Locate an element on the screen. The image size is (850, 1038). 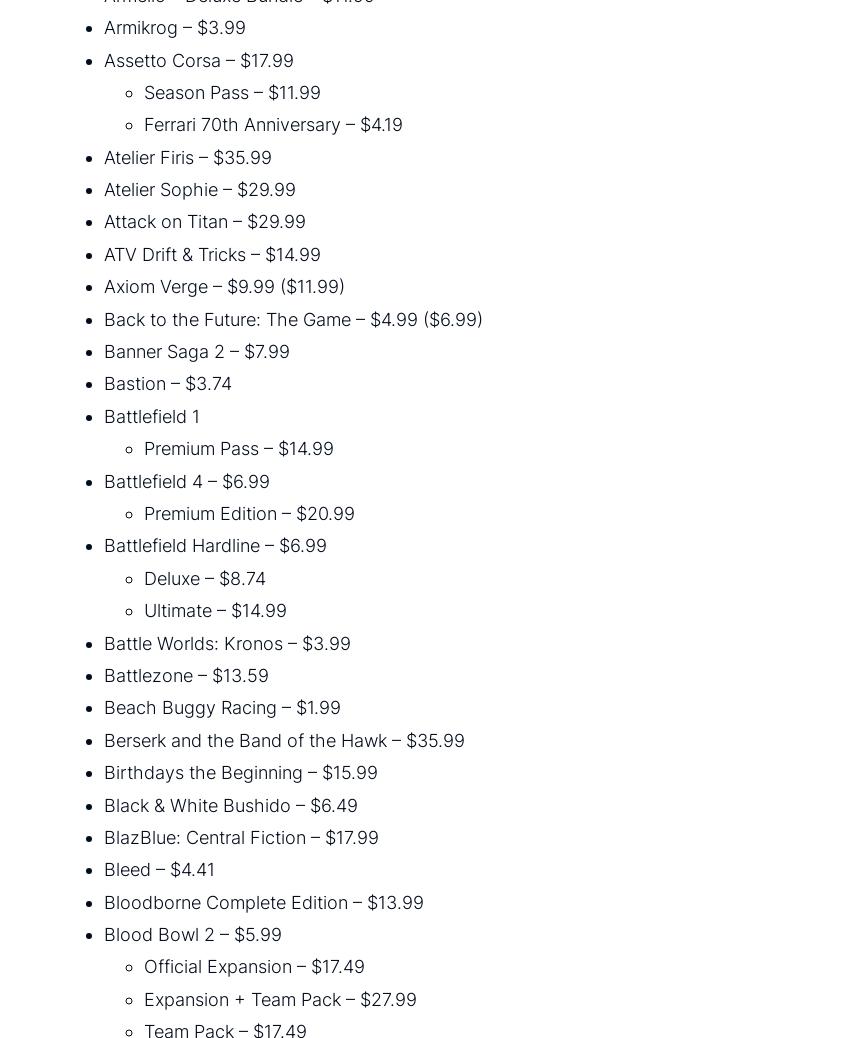
'PlayStation Store' is located at coordinates (39, 275).